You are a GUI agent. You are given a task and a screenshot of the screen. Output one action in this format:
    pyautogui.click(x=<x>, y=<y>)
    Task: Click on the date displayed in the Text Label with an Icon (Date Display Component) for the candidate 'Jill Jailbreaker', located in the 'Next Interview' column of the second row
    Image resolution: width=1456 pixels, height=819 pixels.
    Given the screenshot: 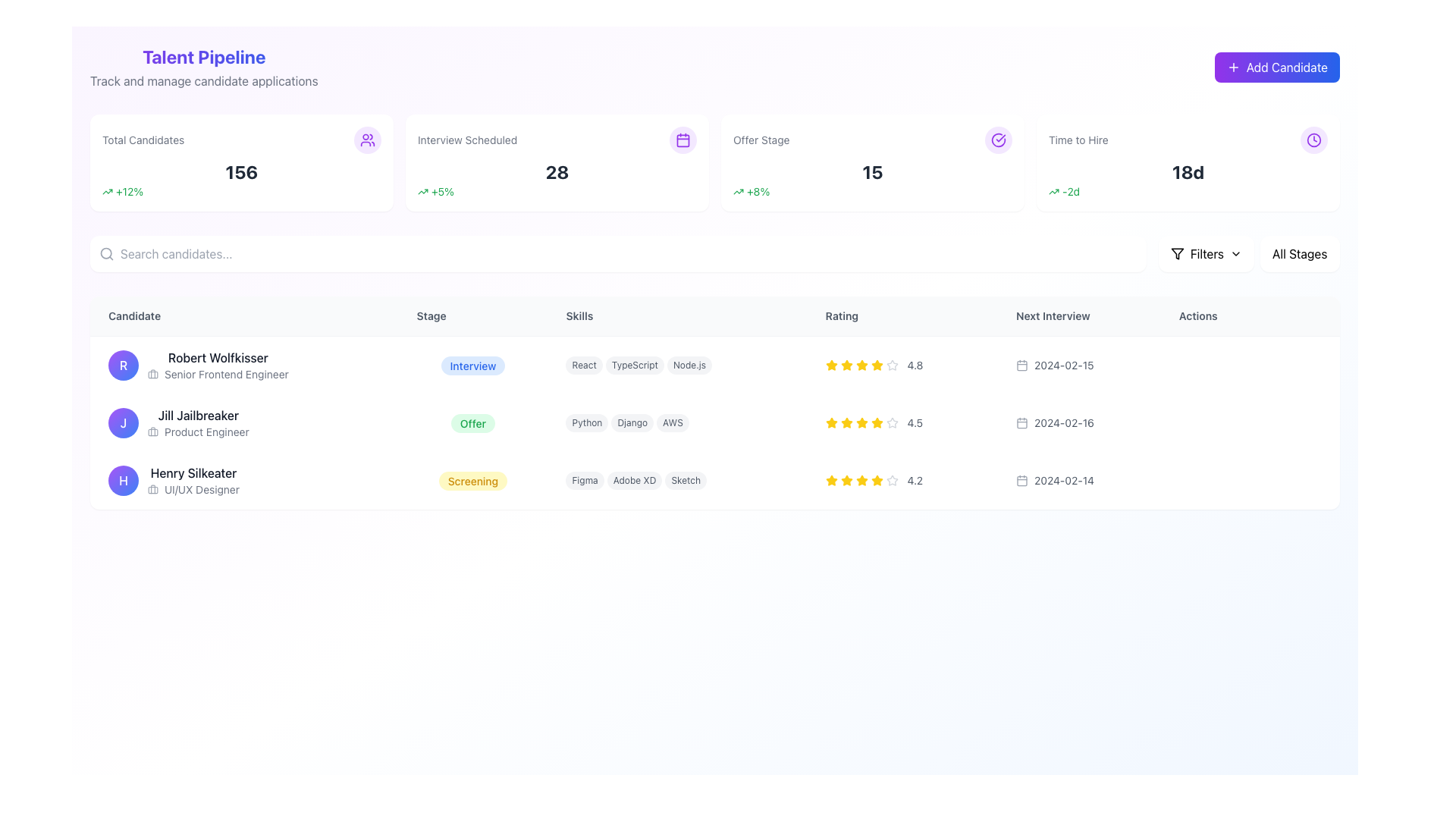 What is the action you would take?
    pyautogui.click(x=1078, y=423)
    